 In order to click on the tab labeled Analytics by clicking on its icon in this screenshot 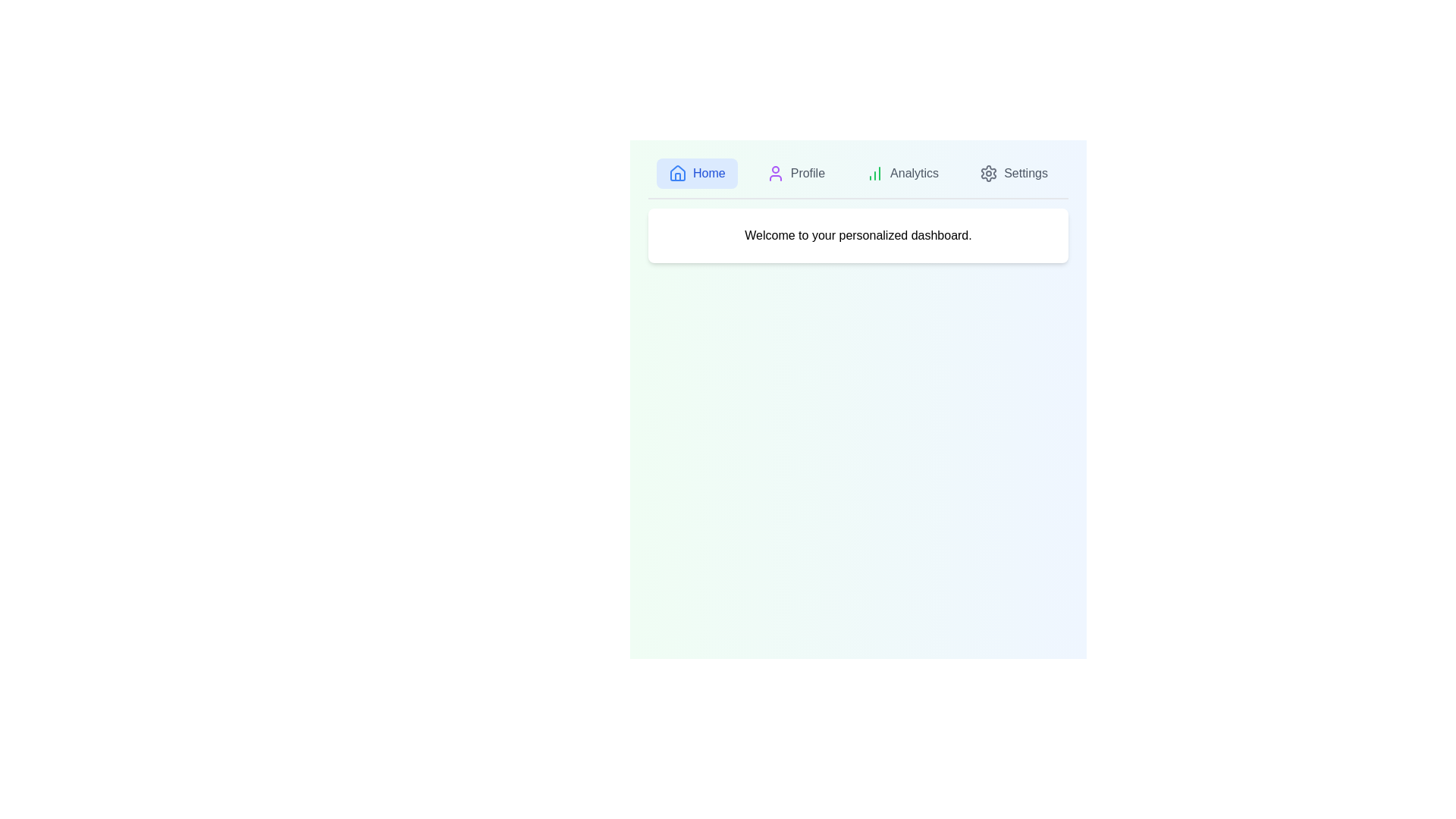, I will do `click(902, 172)`.